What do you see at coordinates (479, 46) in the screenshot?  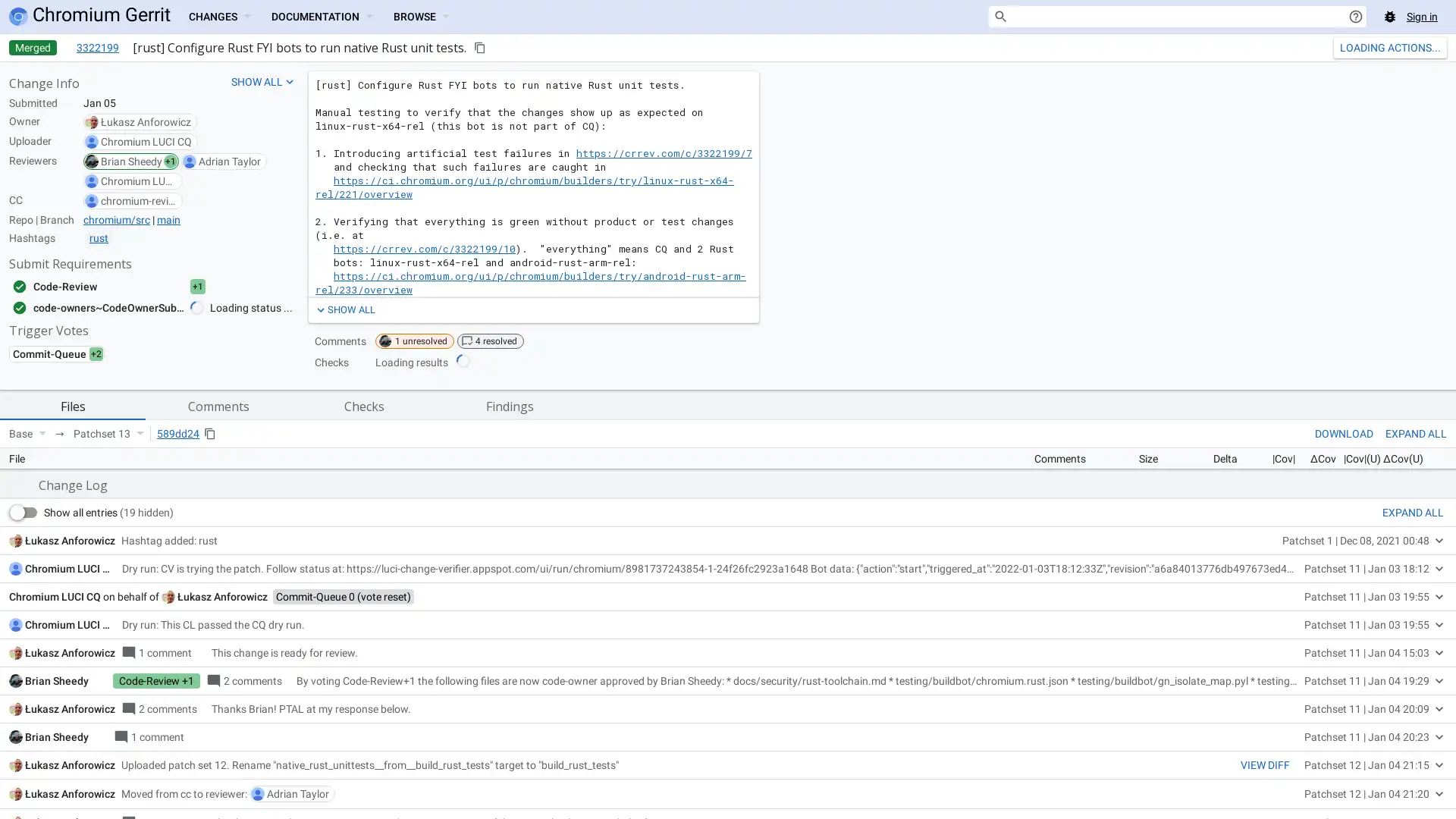 I see `Click to copy to clipboard` at bounding box center [479, 46].